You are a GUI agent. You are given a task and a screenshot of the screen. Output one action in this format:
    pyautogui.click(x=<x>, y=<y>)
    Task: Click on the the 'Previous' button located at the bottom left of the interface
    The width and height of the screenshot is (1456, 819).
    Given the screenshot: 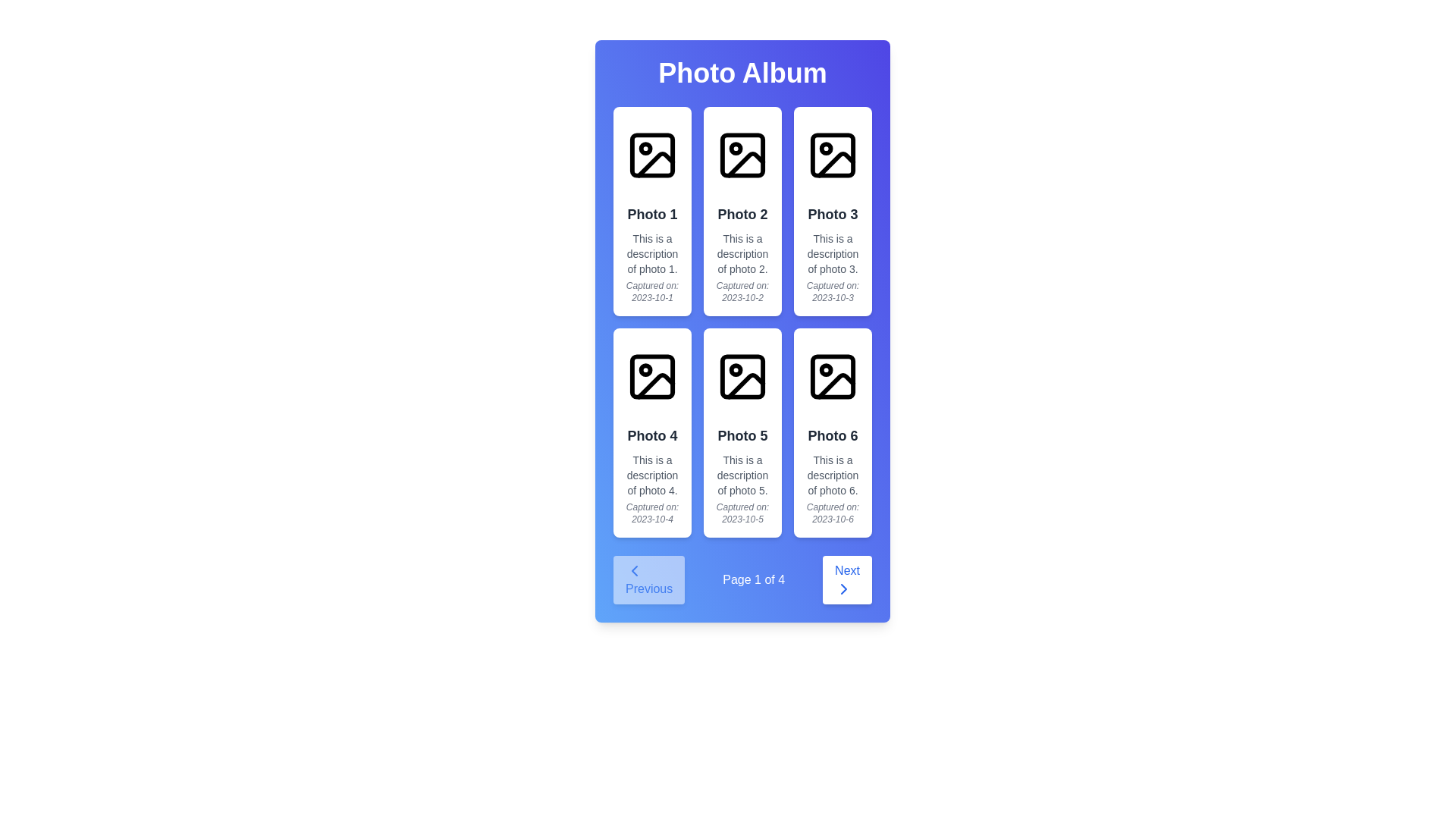 What is the action you would take?
    pyautogui.click(x=649, y=579)
    